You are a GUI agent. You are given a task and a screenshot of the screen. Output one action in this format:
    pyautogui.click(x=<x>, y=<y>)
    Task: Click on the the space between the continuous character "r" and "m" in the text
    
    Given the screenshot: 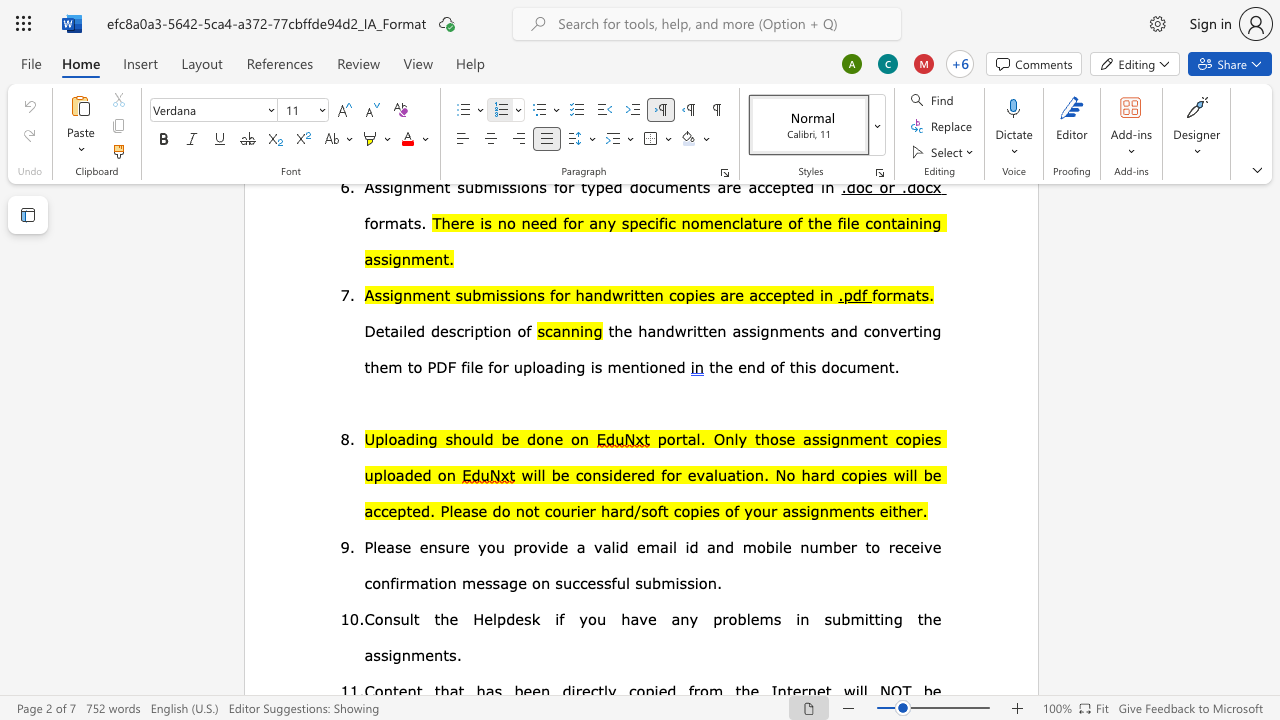 What is the action you would take?
    pyautogui.click(x=406, y=582)
    